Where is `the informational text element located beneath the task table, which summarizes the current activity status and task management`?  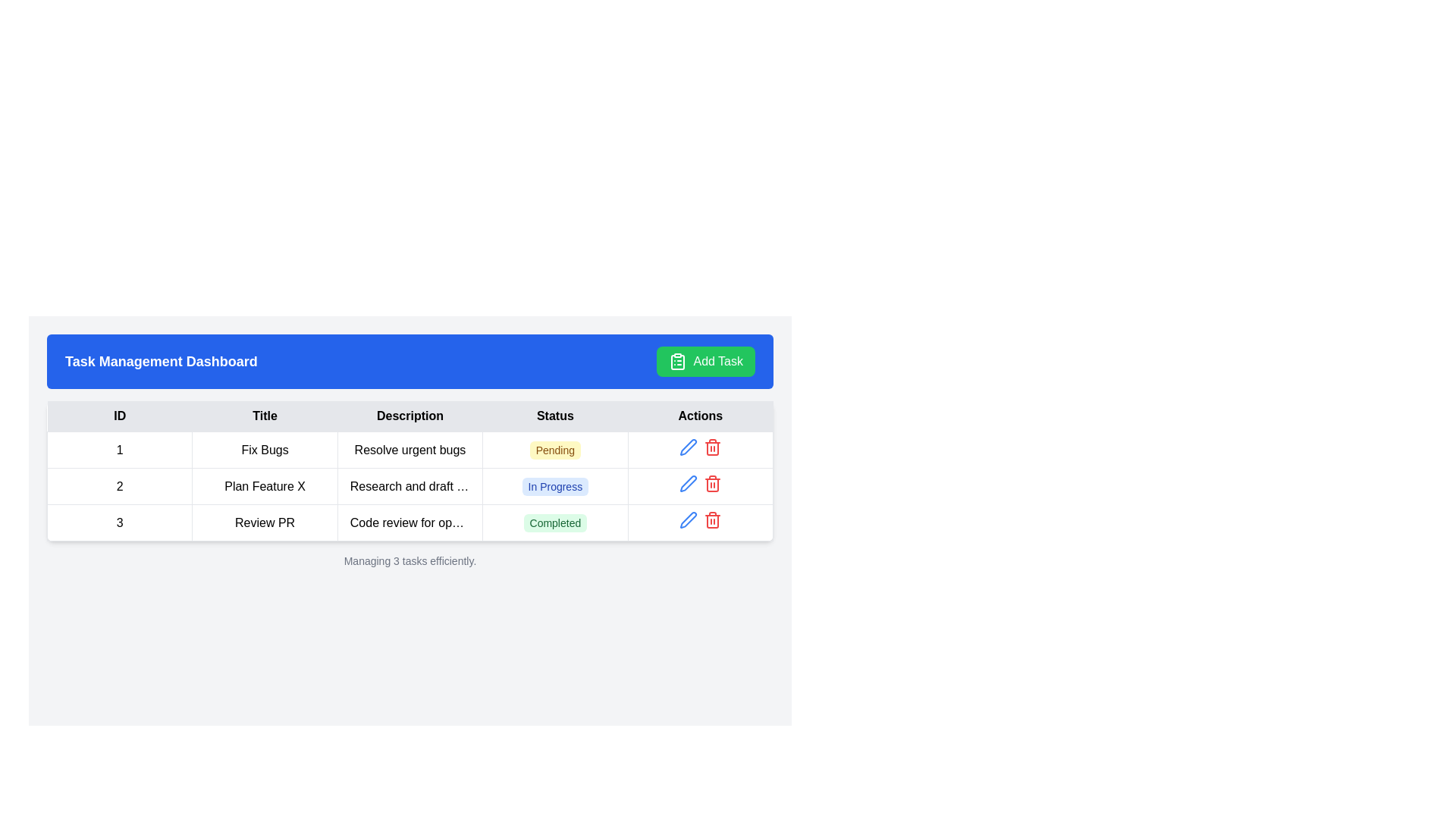 the informational text element located beneath the task table, which summarizes the current activity status and task management is located at coordinates (410, 561).